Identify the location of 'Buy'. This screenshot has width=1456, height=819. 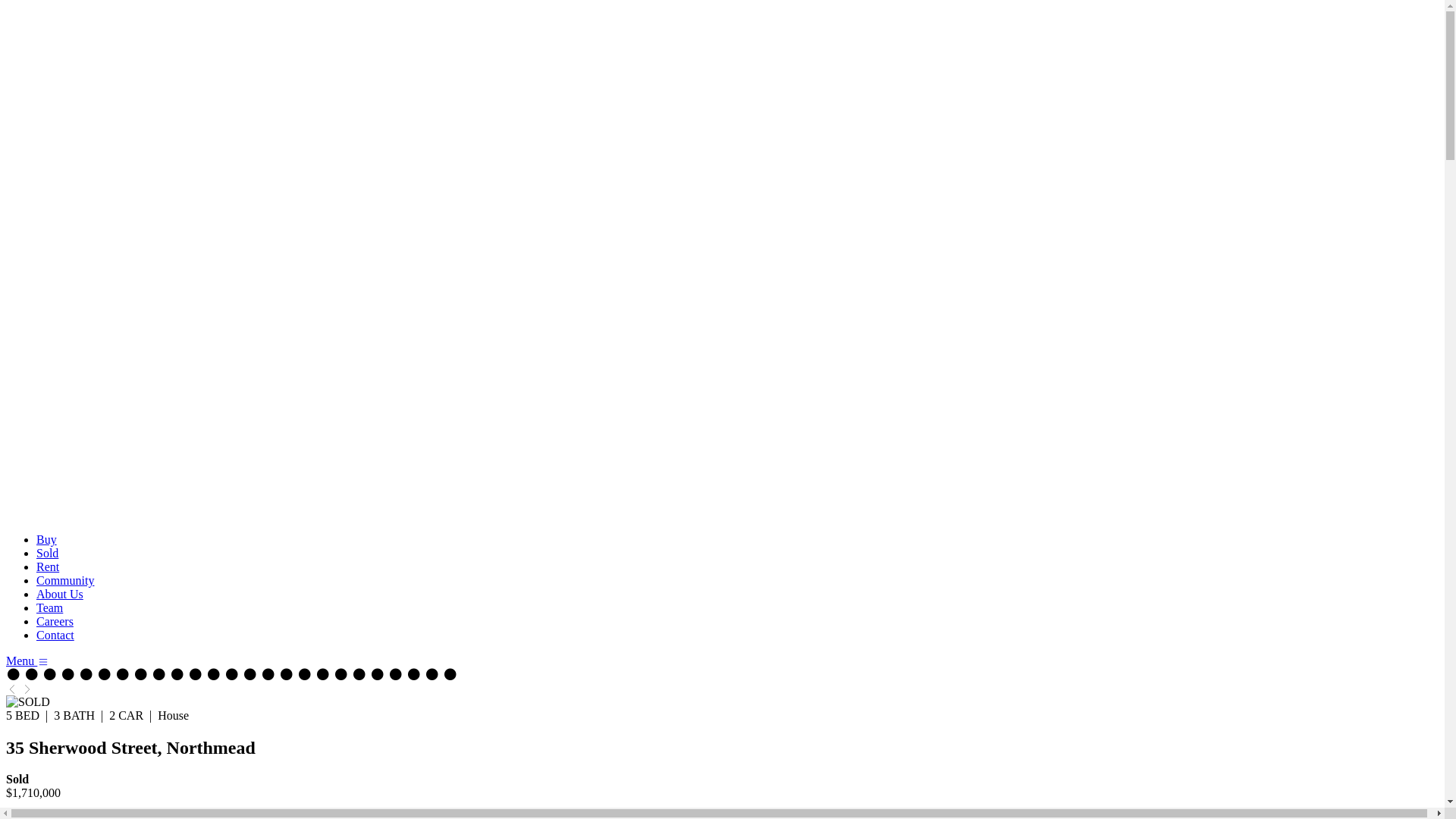
(46, 538).